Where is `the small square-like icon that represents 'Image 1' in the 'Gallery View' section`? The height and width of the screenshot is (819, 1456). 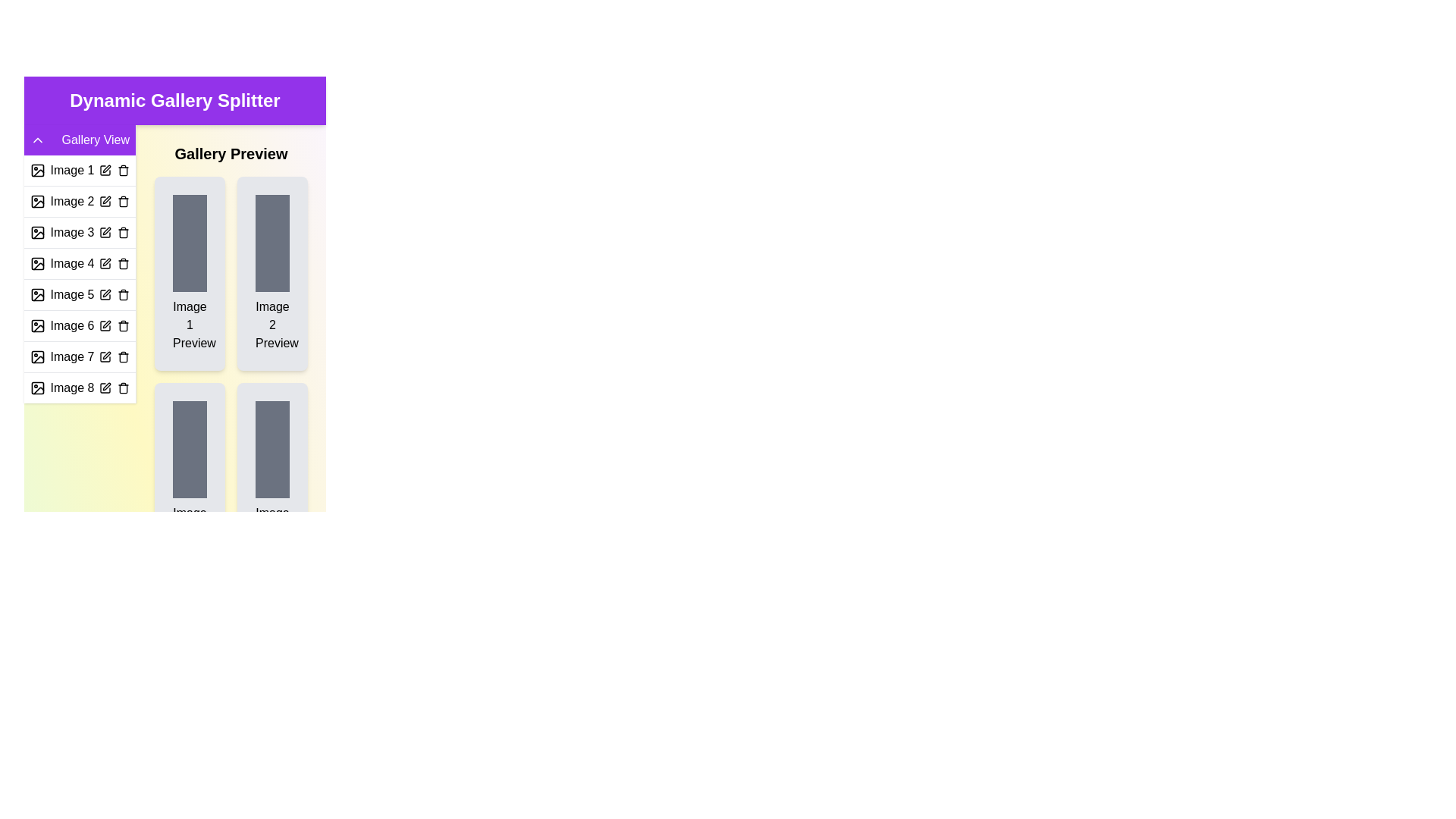 the small square-like icon that represents 'Image 1' in the 'Gallery View' section is located at coordinates (37, 170).